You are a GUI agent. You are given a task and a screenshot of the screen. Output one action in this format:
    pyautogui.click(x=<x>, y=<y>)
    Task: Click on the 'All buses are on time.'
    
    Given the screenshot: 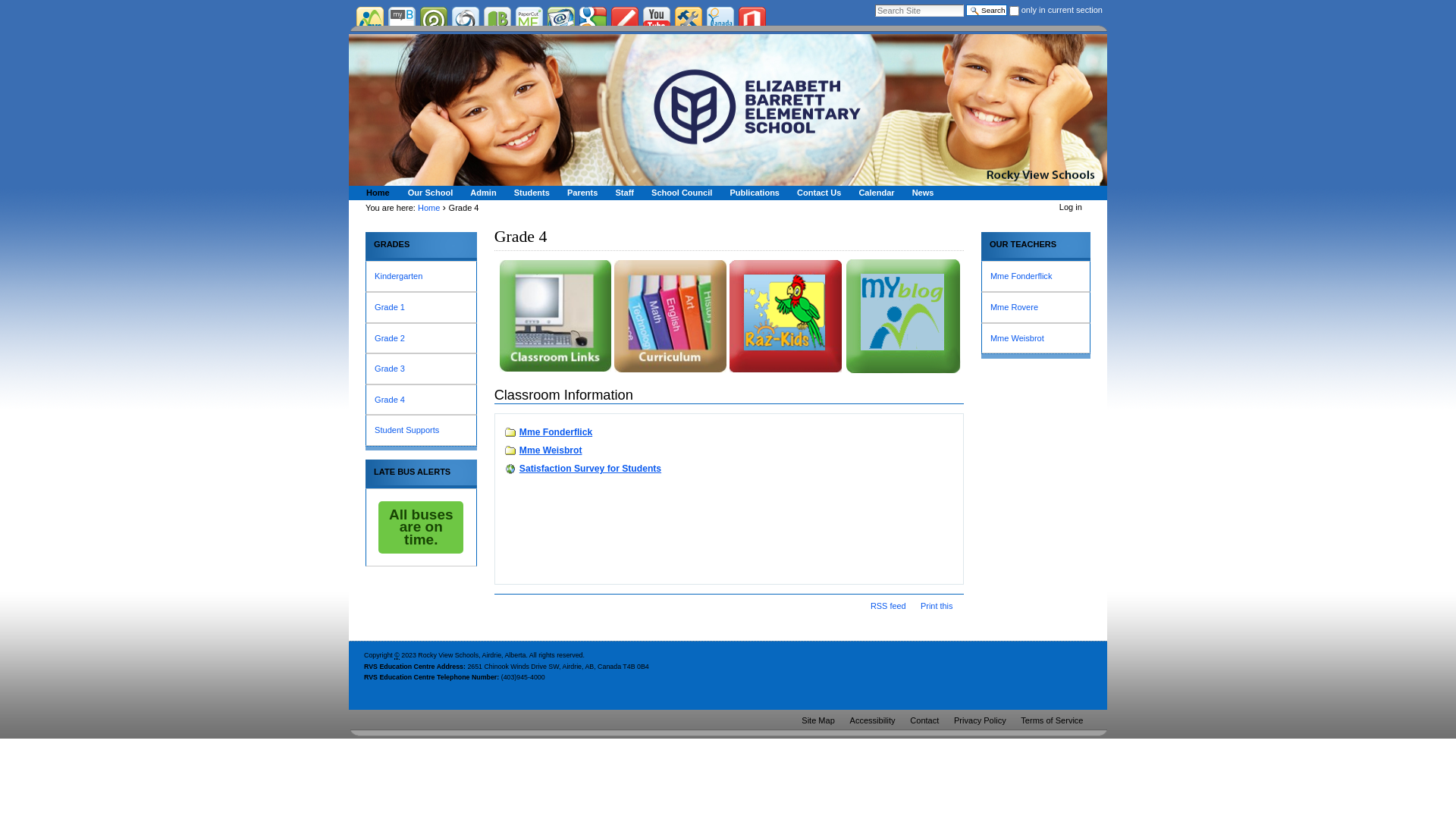 What is the action you would take?
    pyautogui.click(x=421, y=526)
    